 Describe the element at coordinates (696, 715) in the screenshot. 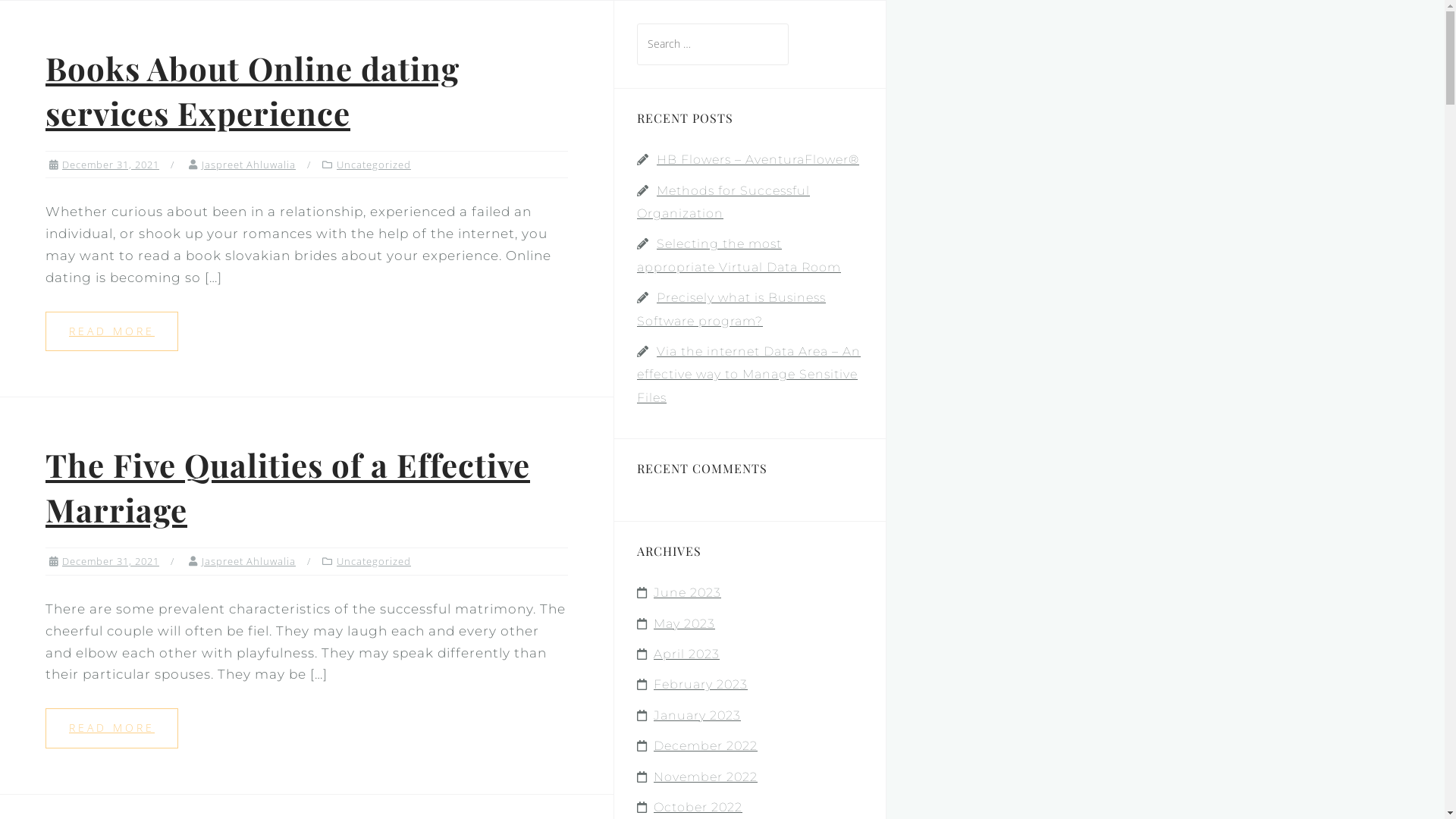

I see `'January 2023'` at that location.